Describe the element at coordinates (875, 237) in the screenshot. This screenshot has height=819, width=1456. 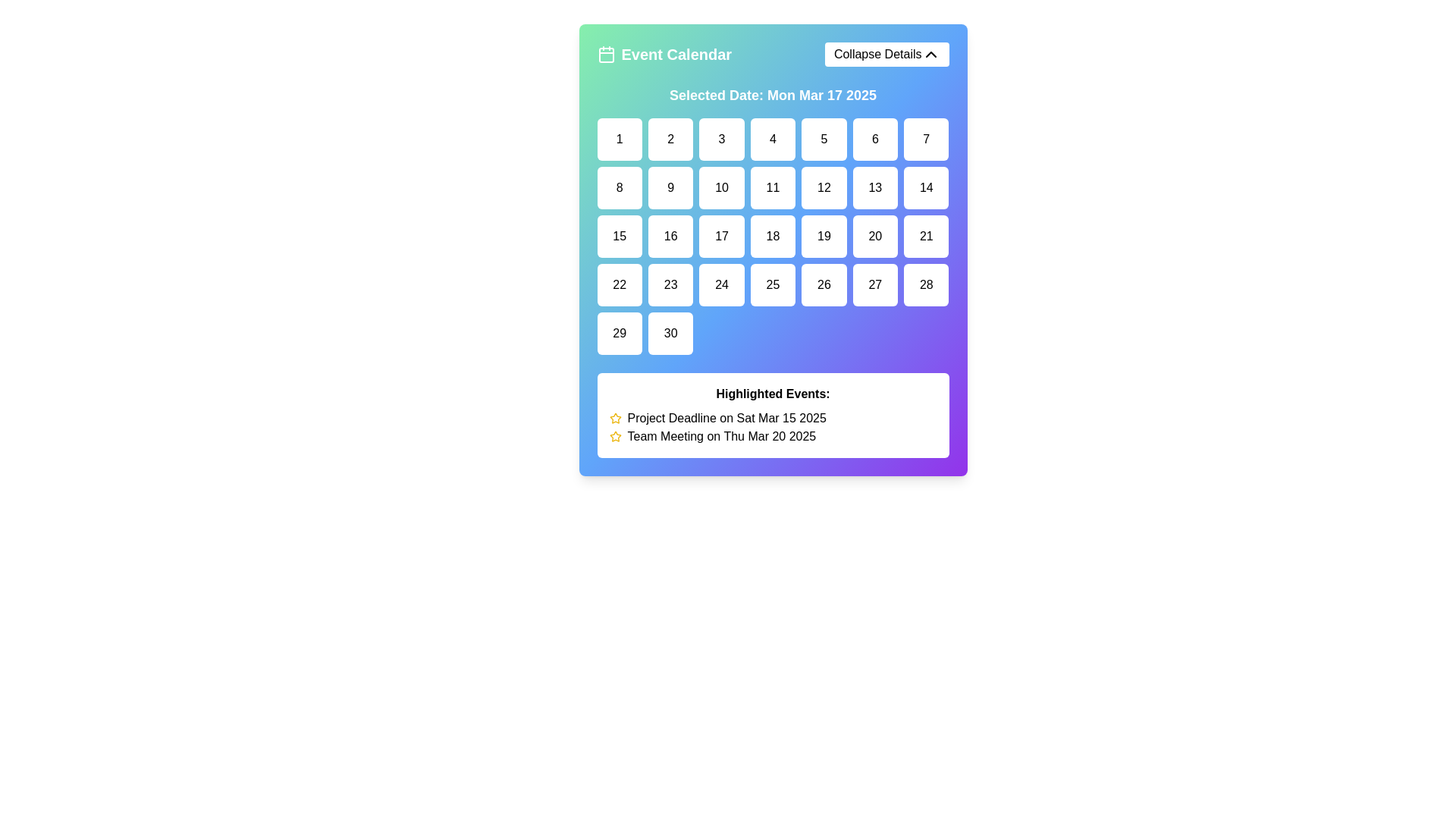
I see `the calendar date button representing the date 20, located in the third row and sixth column of the calendar grid` at that location.